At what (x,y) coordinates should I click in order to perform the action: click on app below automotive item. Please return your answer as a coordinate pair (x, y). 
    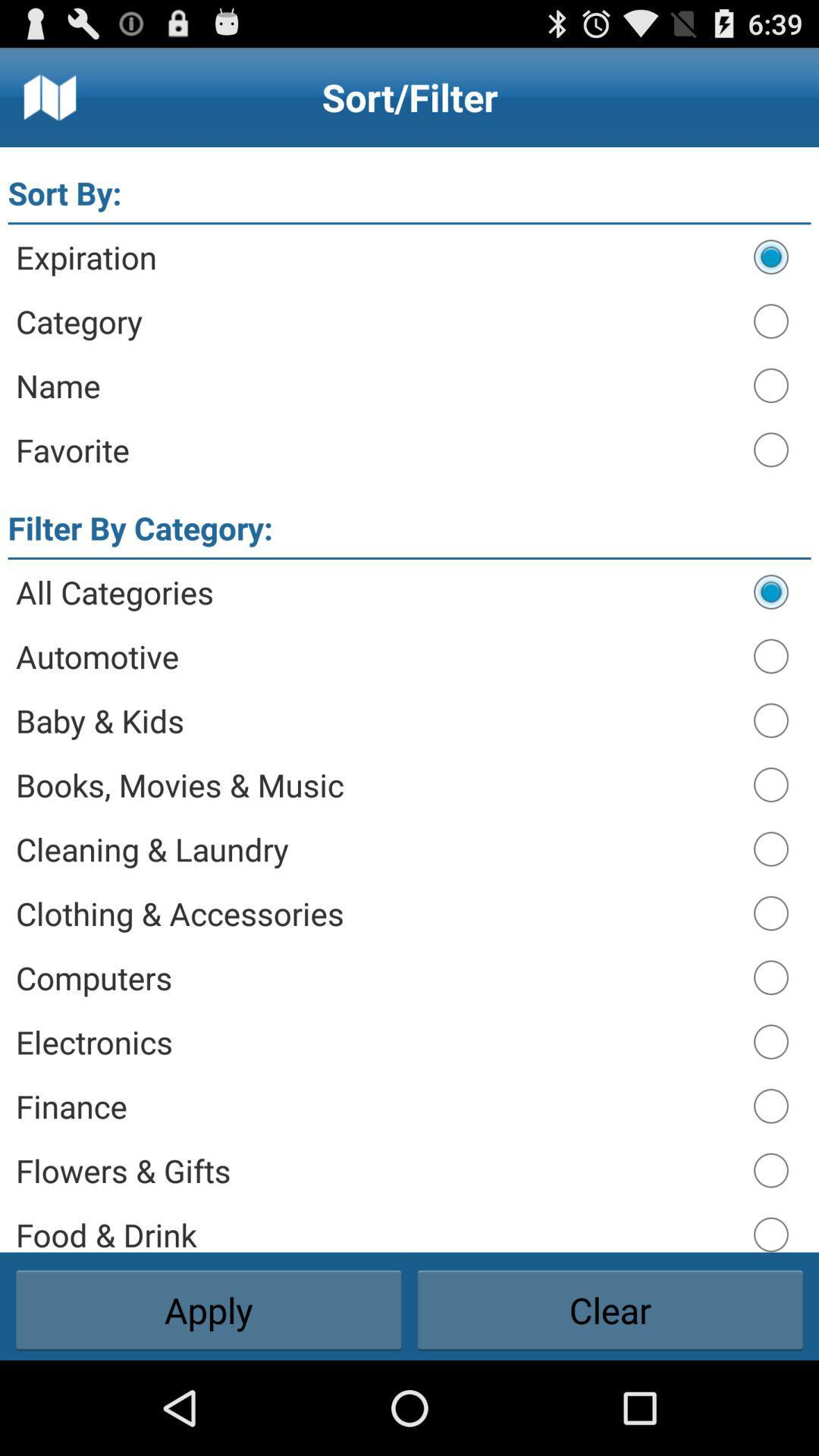
    Looking at the image, I should click on (376, 720).